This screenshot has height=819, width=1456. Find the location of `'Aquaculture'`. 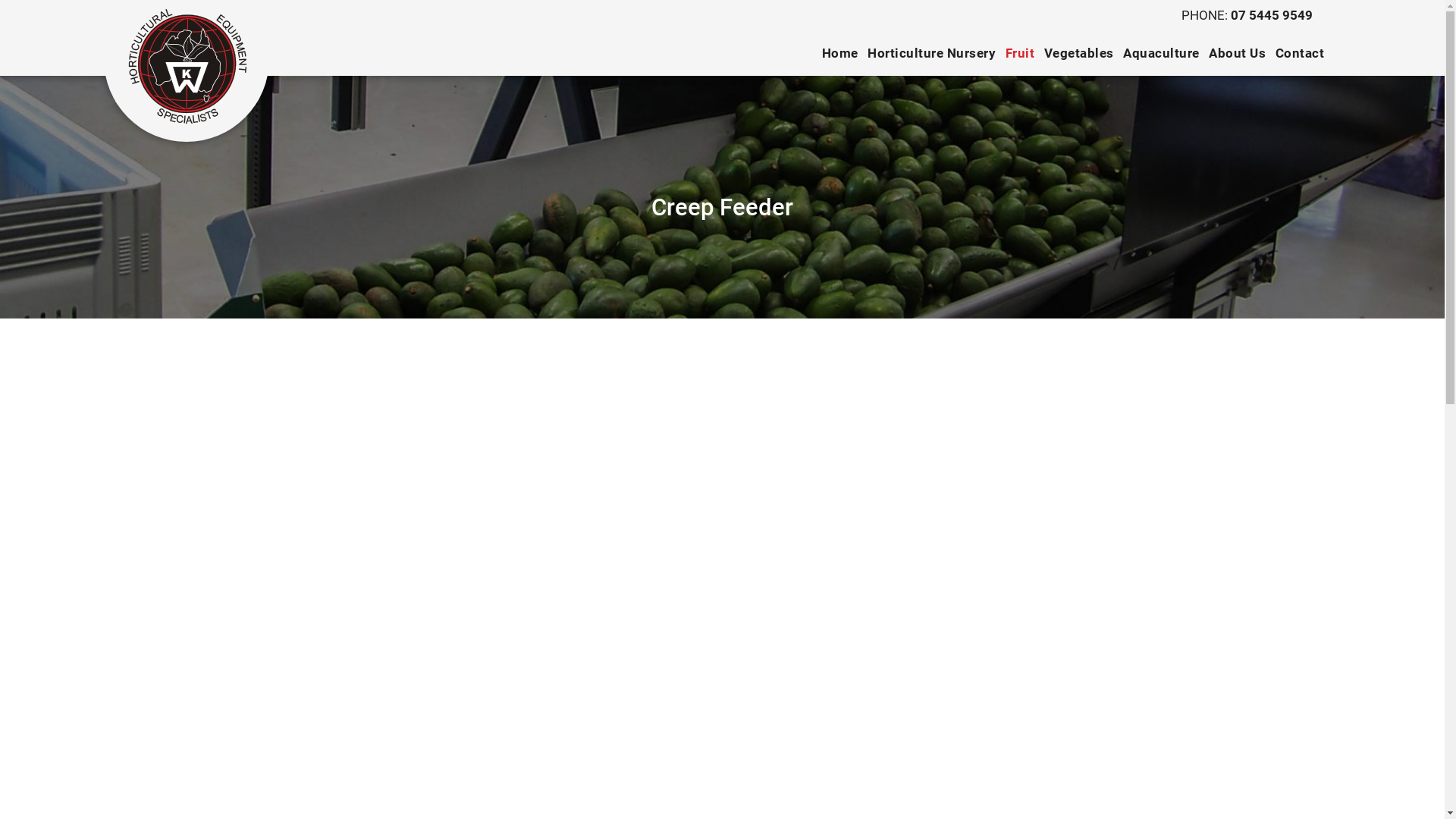

'Aquaculture' is located at coordinates (1160, 52).